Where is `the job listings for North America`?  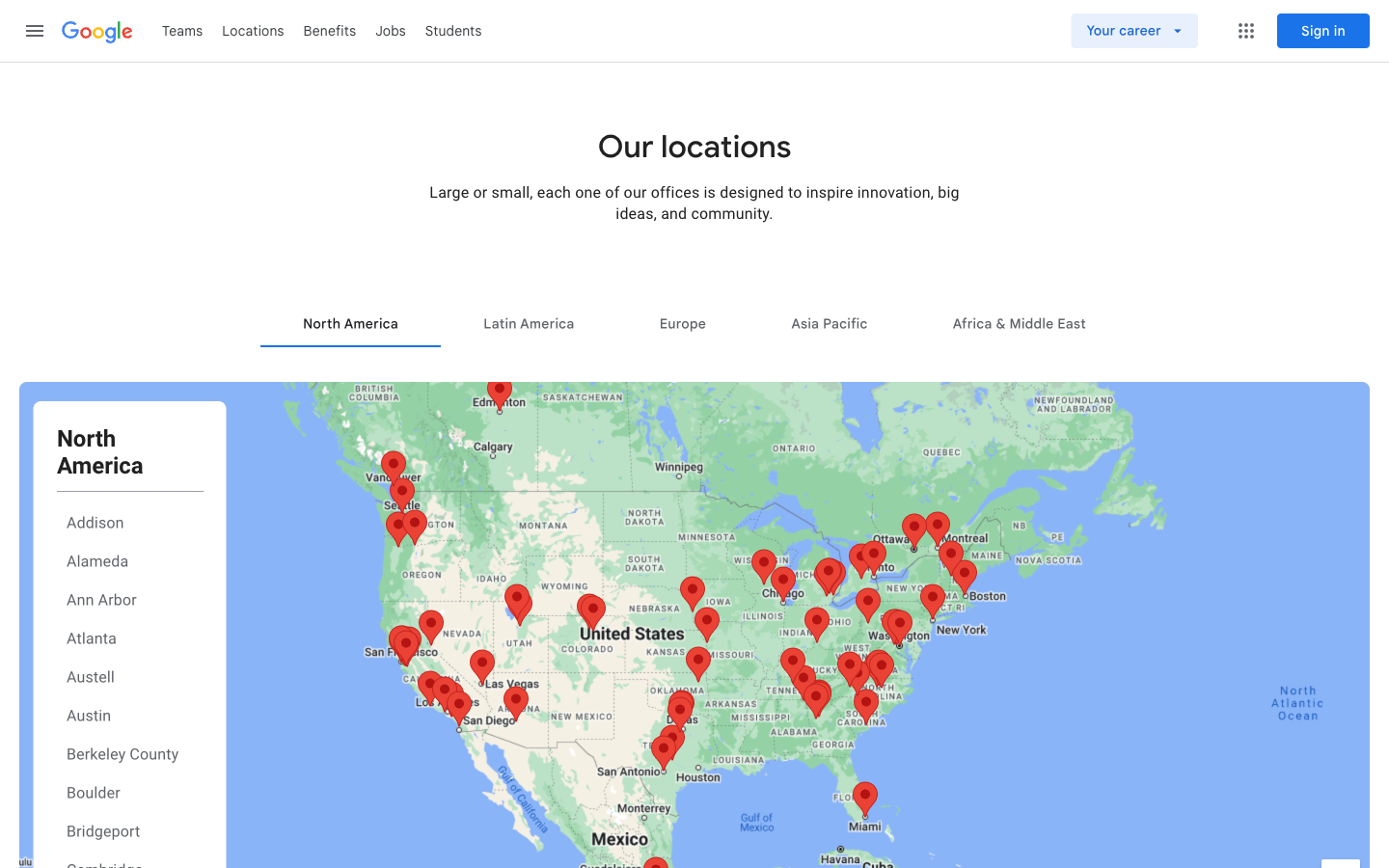 the job listings for North America is located at coordinates (349, 322).